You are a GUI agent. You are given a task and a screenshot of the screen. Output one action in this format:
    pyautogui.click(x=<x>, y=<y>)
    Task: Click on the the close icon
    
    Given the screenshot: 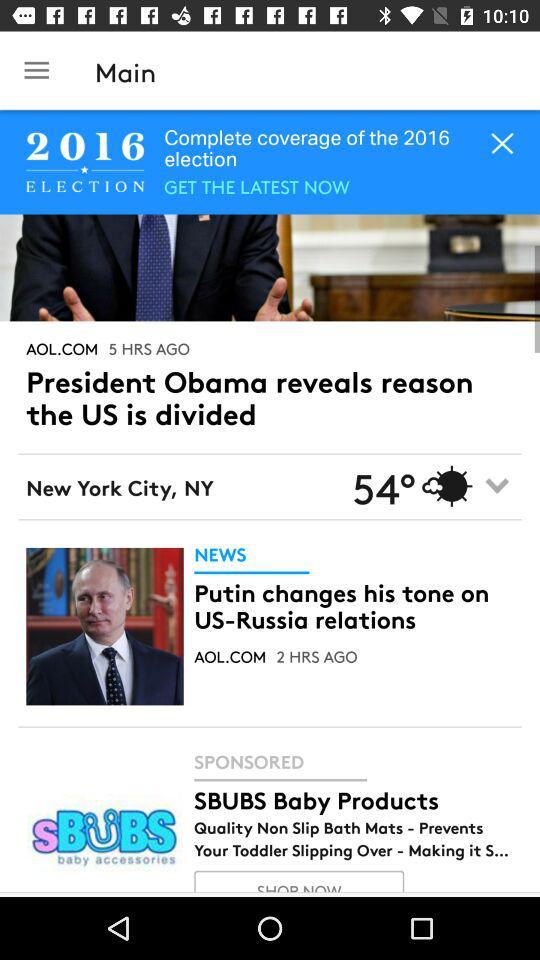 What is the action you would take?
    pyautogui.click(x=501, y=144)
    